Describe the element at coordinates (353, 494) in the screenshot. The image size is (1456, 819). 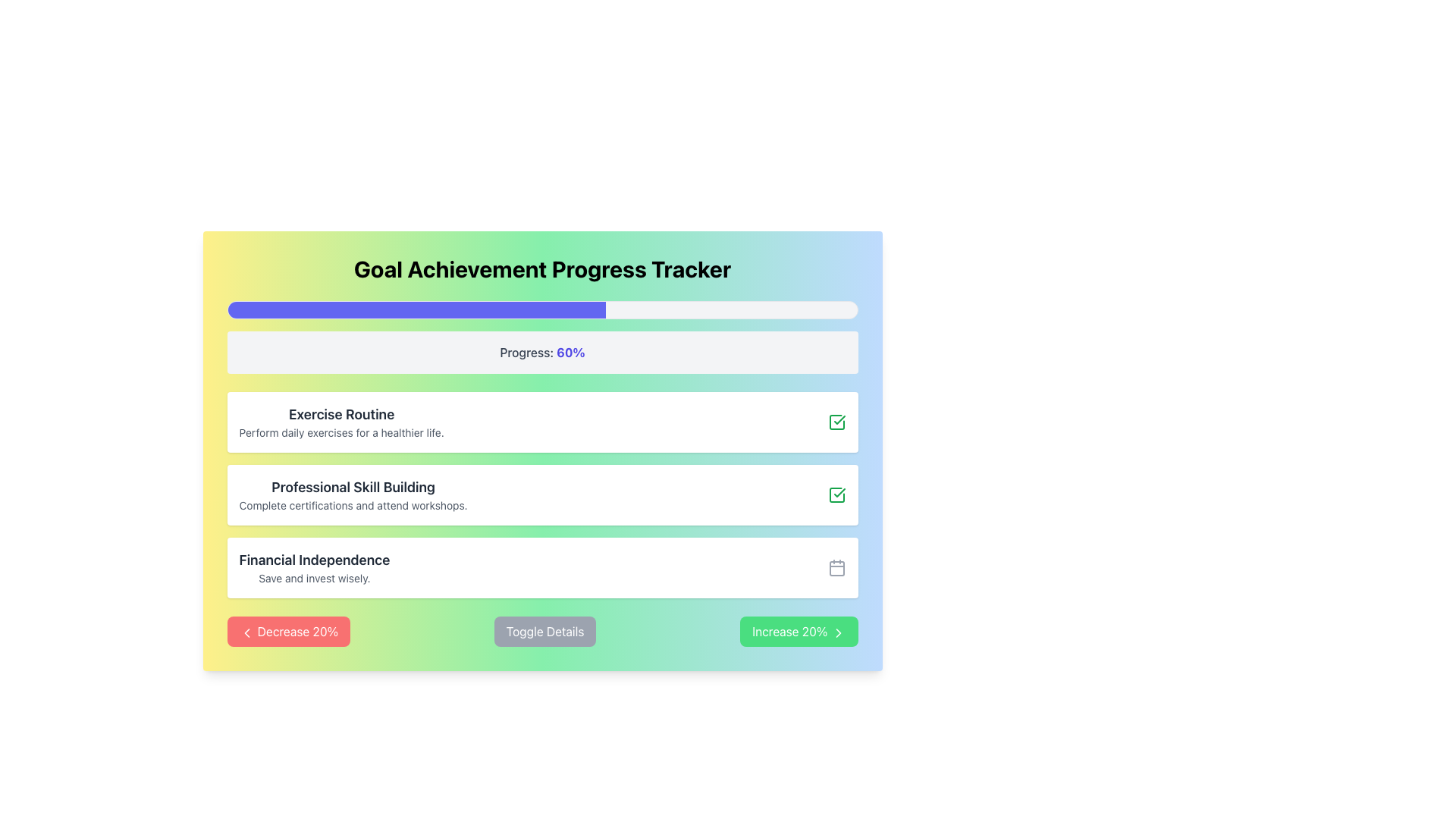
I see `the Text Label that presents a goal or task, positioned below the 'Exercise Routine' element and above the 'Financial Independence' element` at that location.